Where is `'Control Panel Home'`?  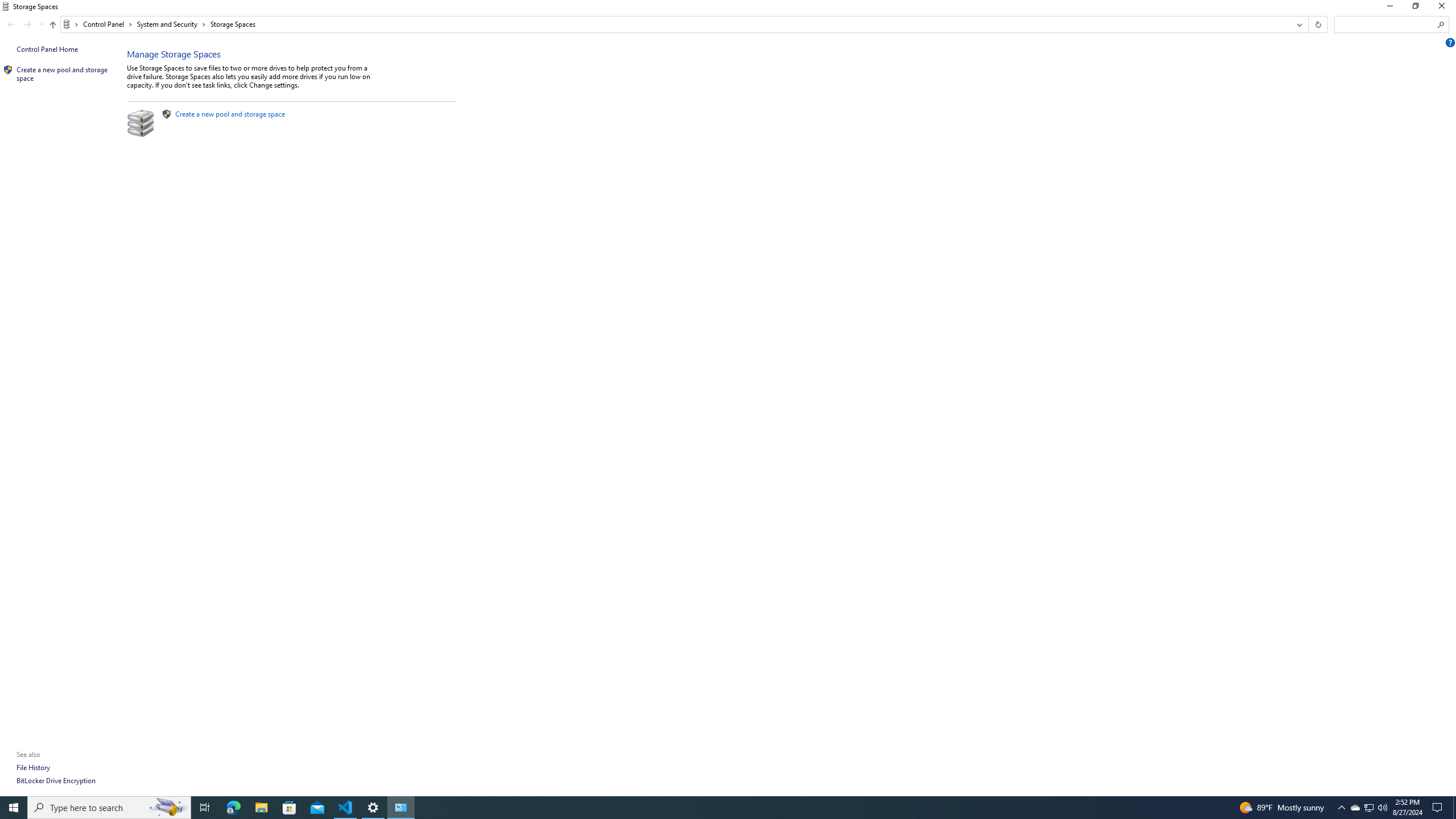
'Control Panel Home' is located at coordinates (47, 48).